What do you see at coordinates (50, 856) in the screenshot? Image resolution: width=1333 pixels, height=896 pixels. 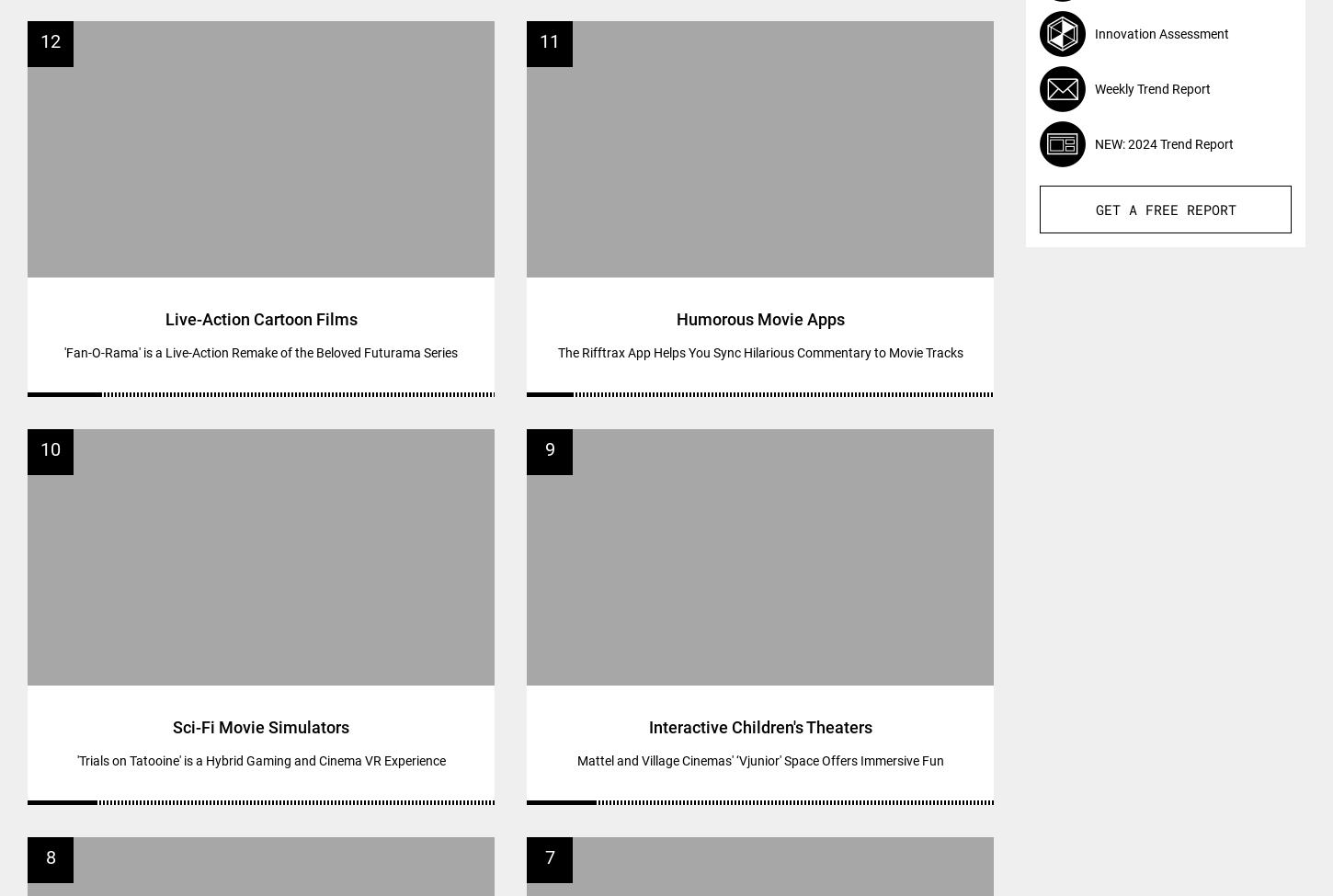 I see `'8'` at bounding box center [50, 856].